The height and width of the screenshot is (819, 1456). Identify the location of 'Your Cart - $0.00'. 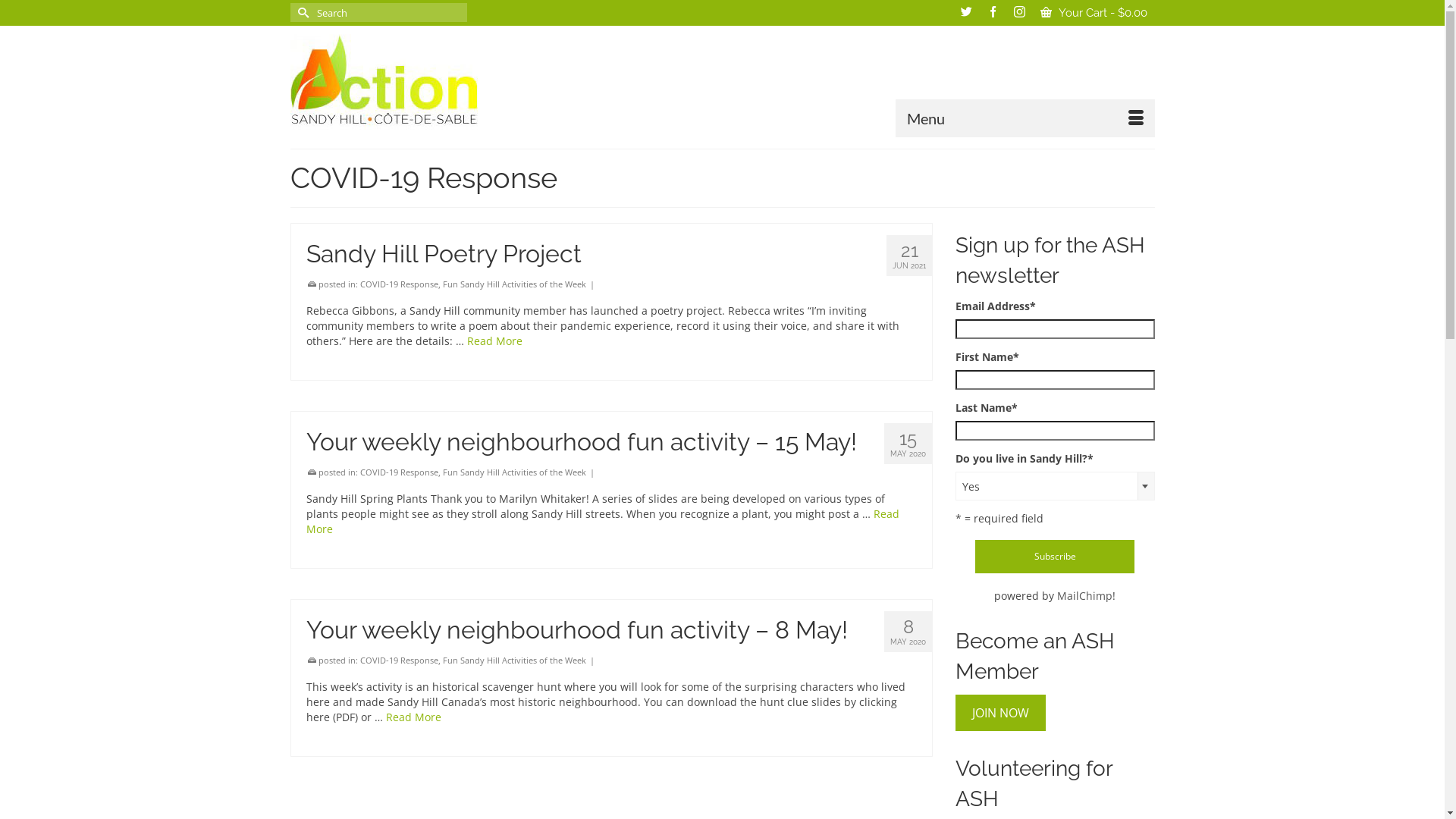
(1094, 12).